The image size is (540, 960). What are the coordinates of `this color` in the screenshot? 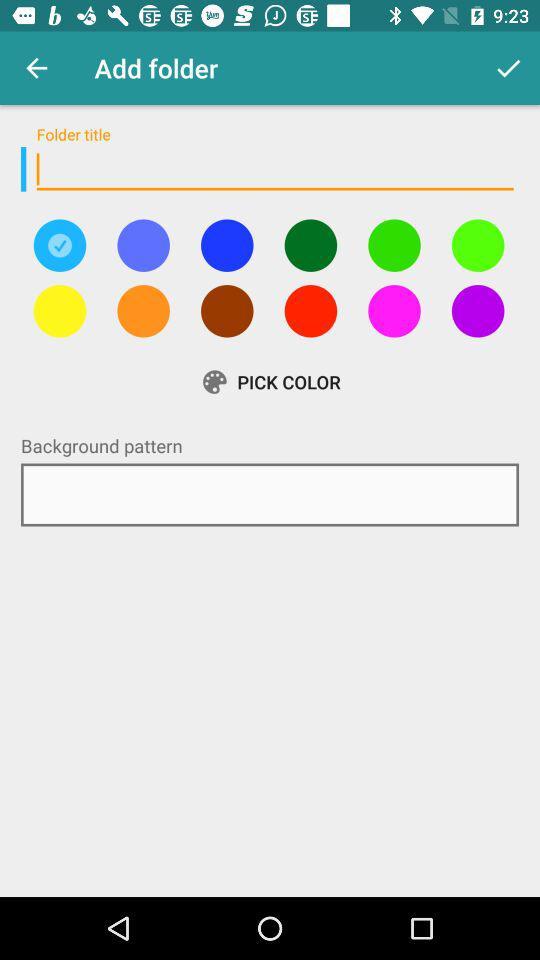 It's located at (142, 244).